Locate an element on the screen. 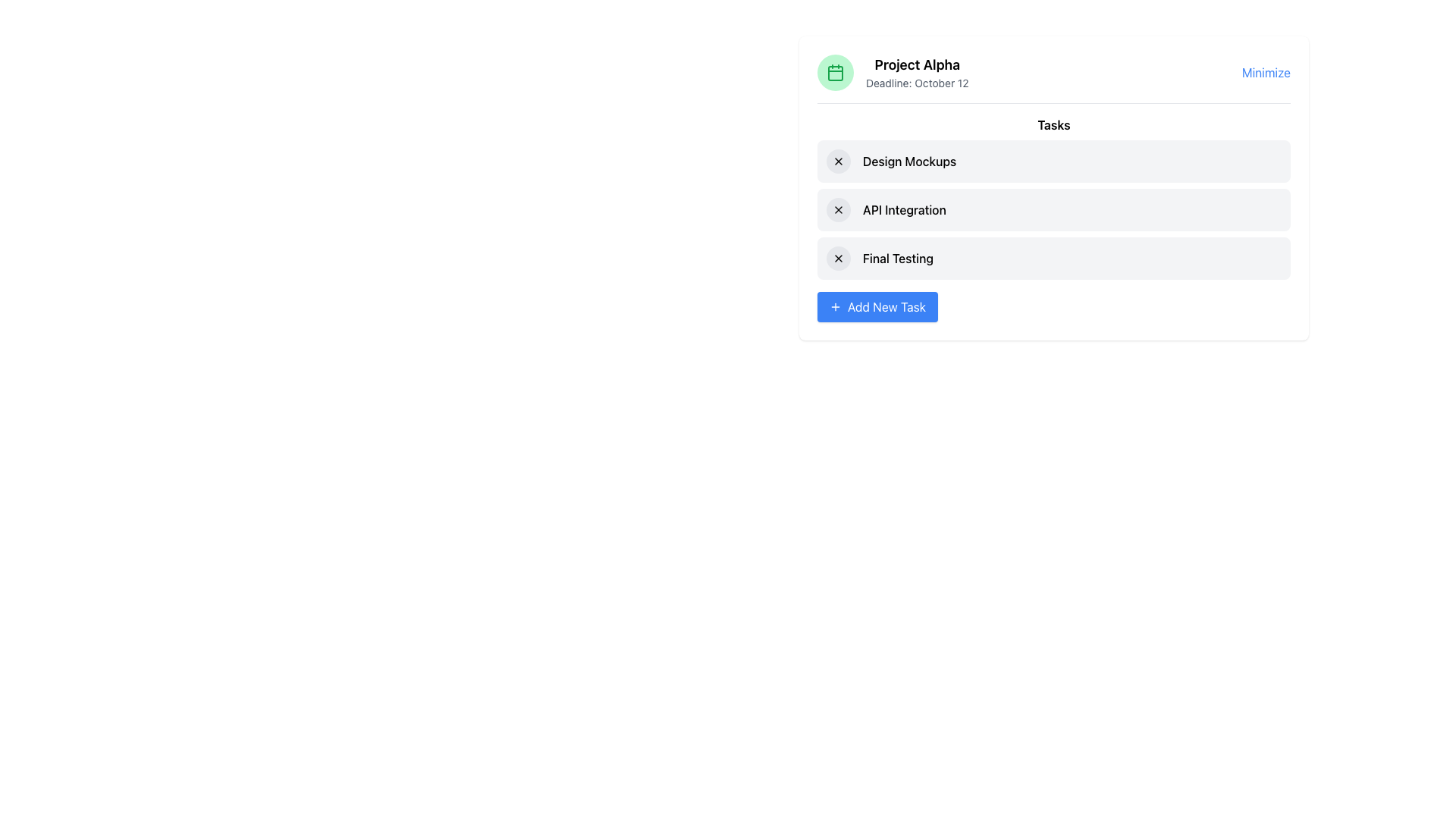 The image size is (1456, 819). the minimize button located at the top-right corner of the 'Project Alpha' panel is located at coordinates (1266, 73).